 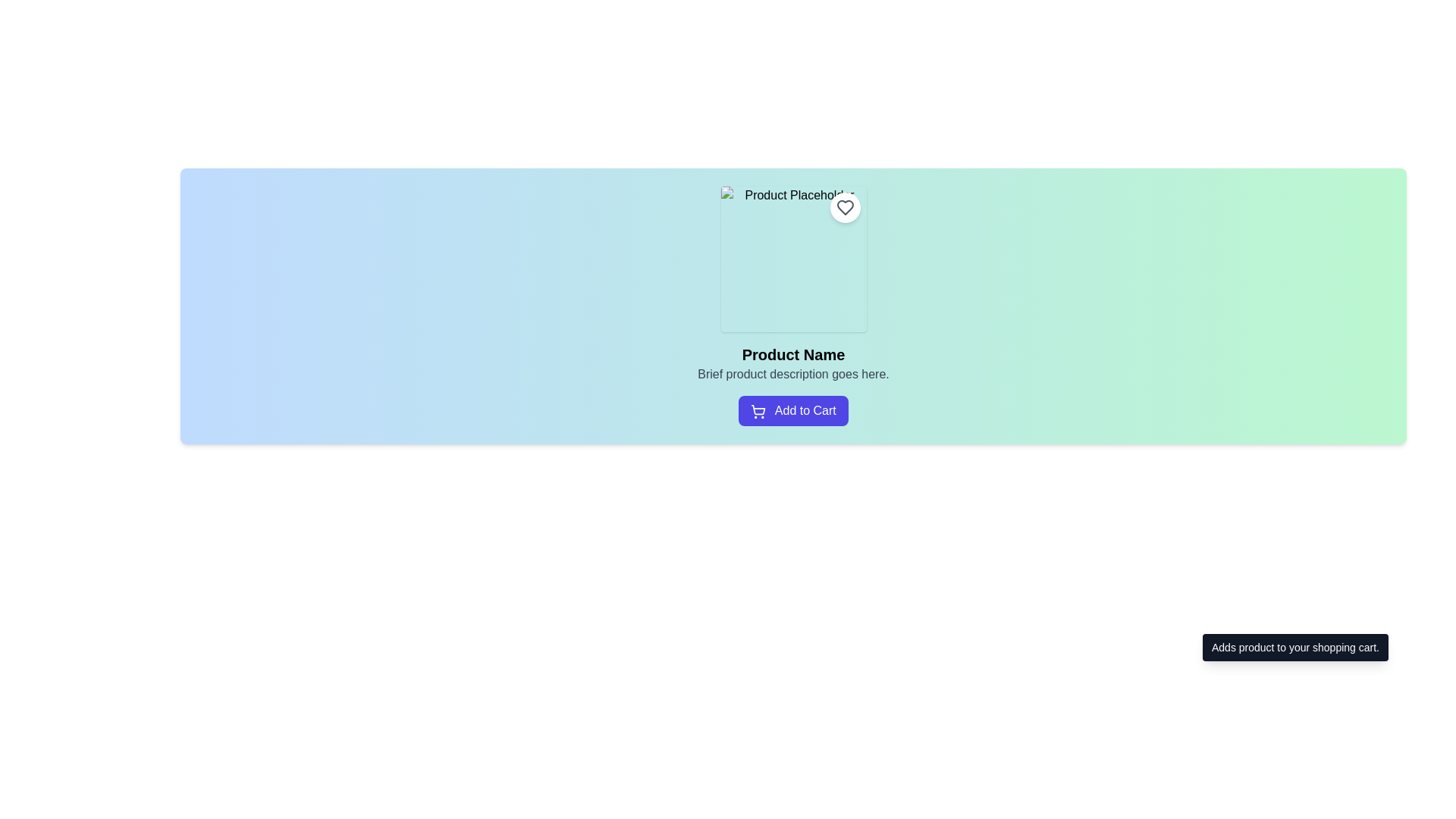 What do you see at coordinates (758, 411) in the screenshot?
I see `the decorative SVG icon indicating the 'Add to Cart' action, located at the left-most side of the button within the product description module` at bounding box center [758, 411].